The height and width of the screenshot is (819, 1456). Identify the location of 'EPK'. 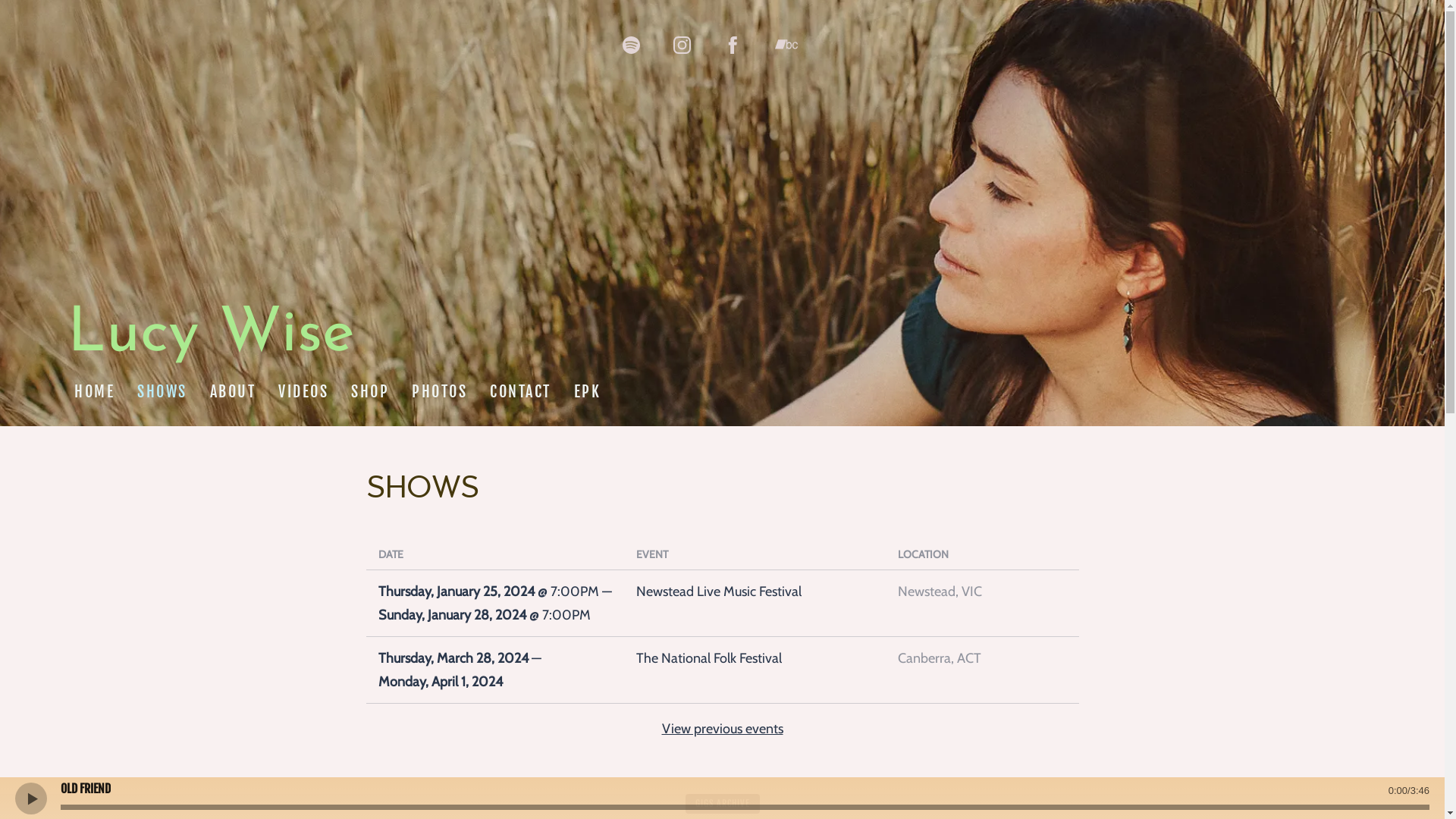
(585, 391).